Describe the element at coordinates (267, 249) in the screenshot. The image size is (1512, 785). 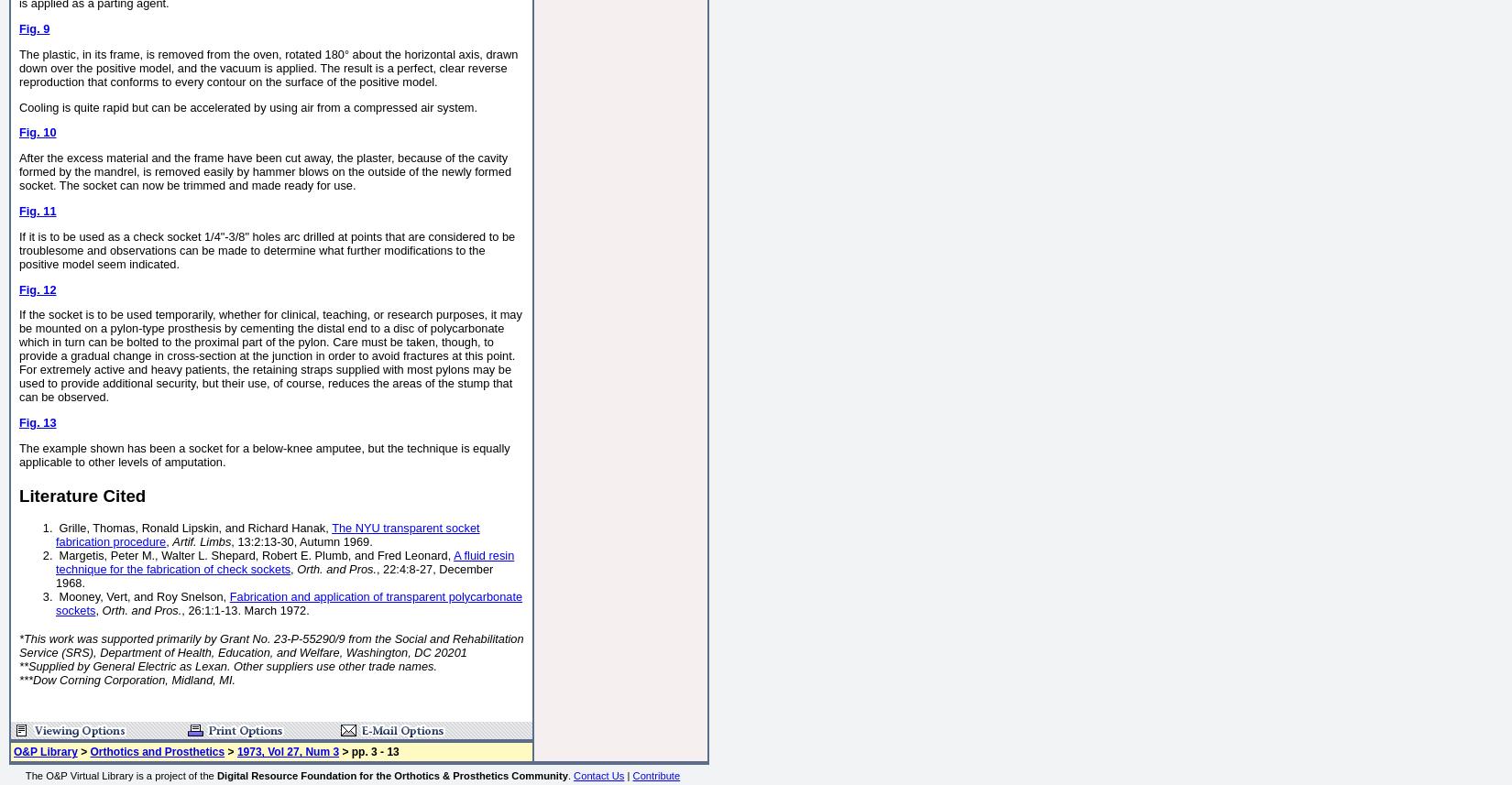
I see `'If it is to be used as a check socket 1/4"-3/8" holes arc drilled at points that are considered to be troublesome and observations can be made to determine what further modifications to the positive model seem indicated.'` at that location.